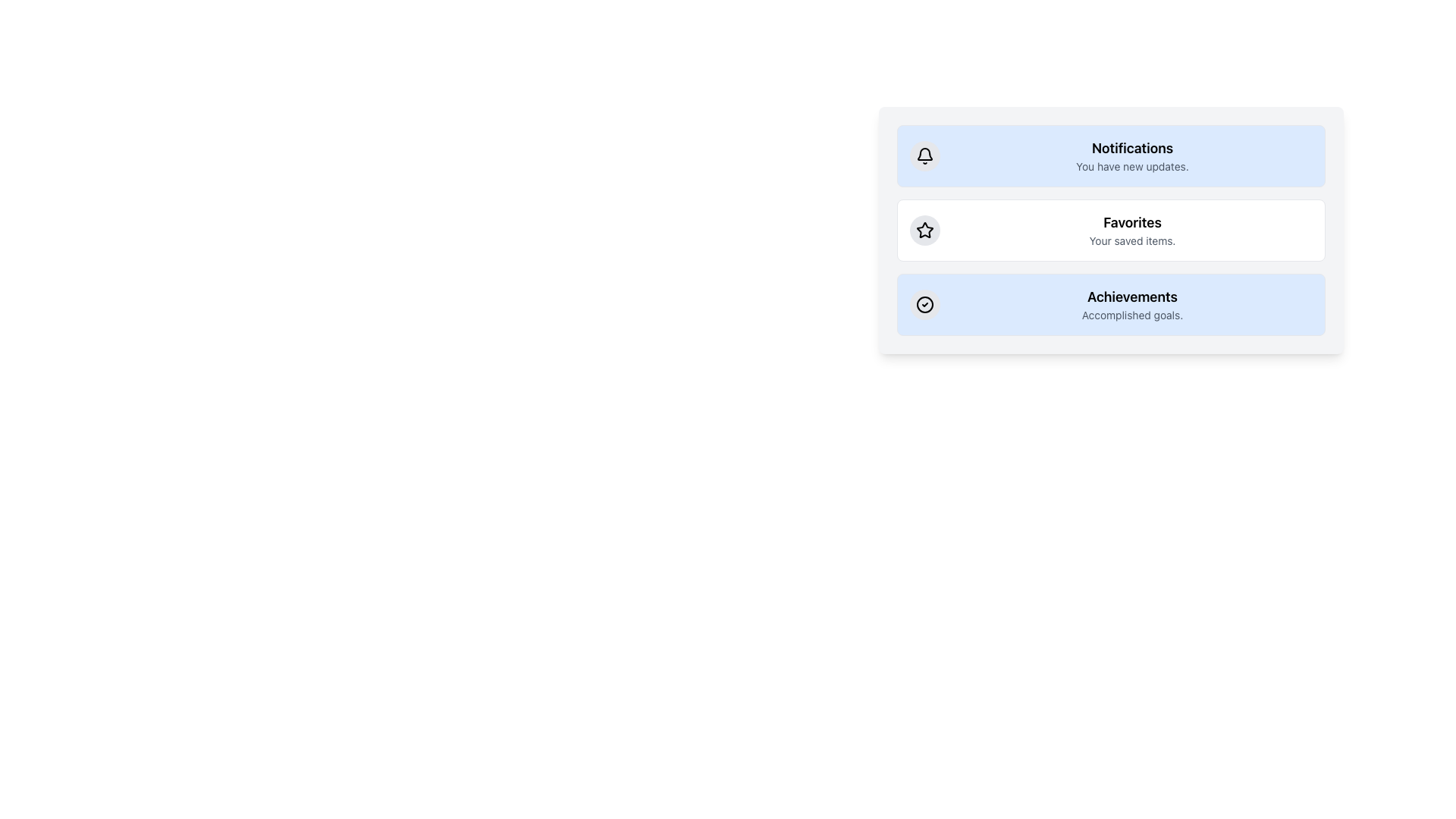  I want to click on the descriptive text label located beneath the 'Favorites' heading within the structured card section, so click(1132, 240).